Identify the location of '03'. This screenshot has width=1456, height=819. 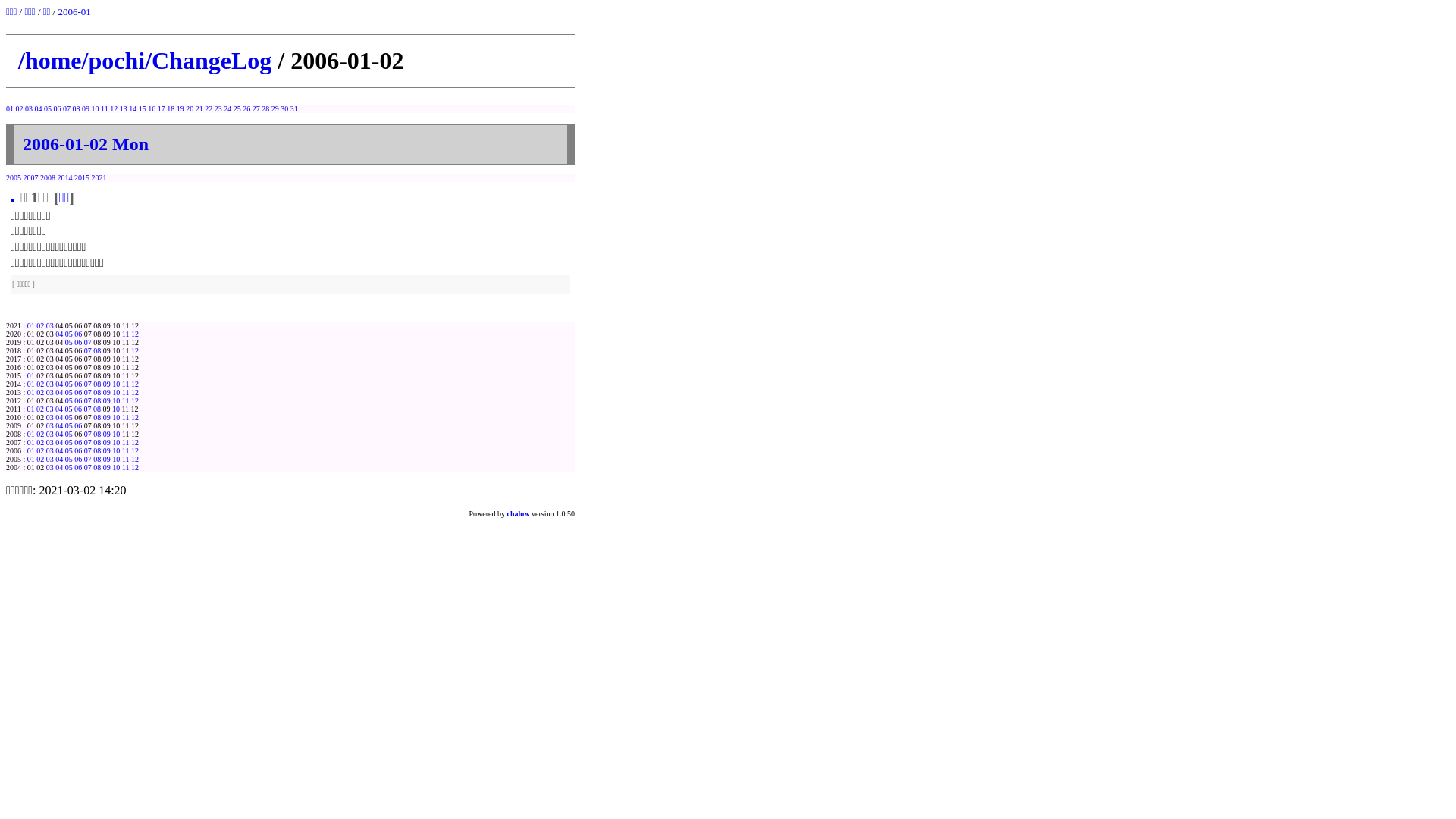
(29, 108).